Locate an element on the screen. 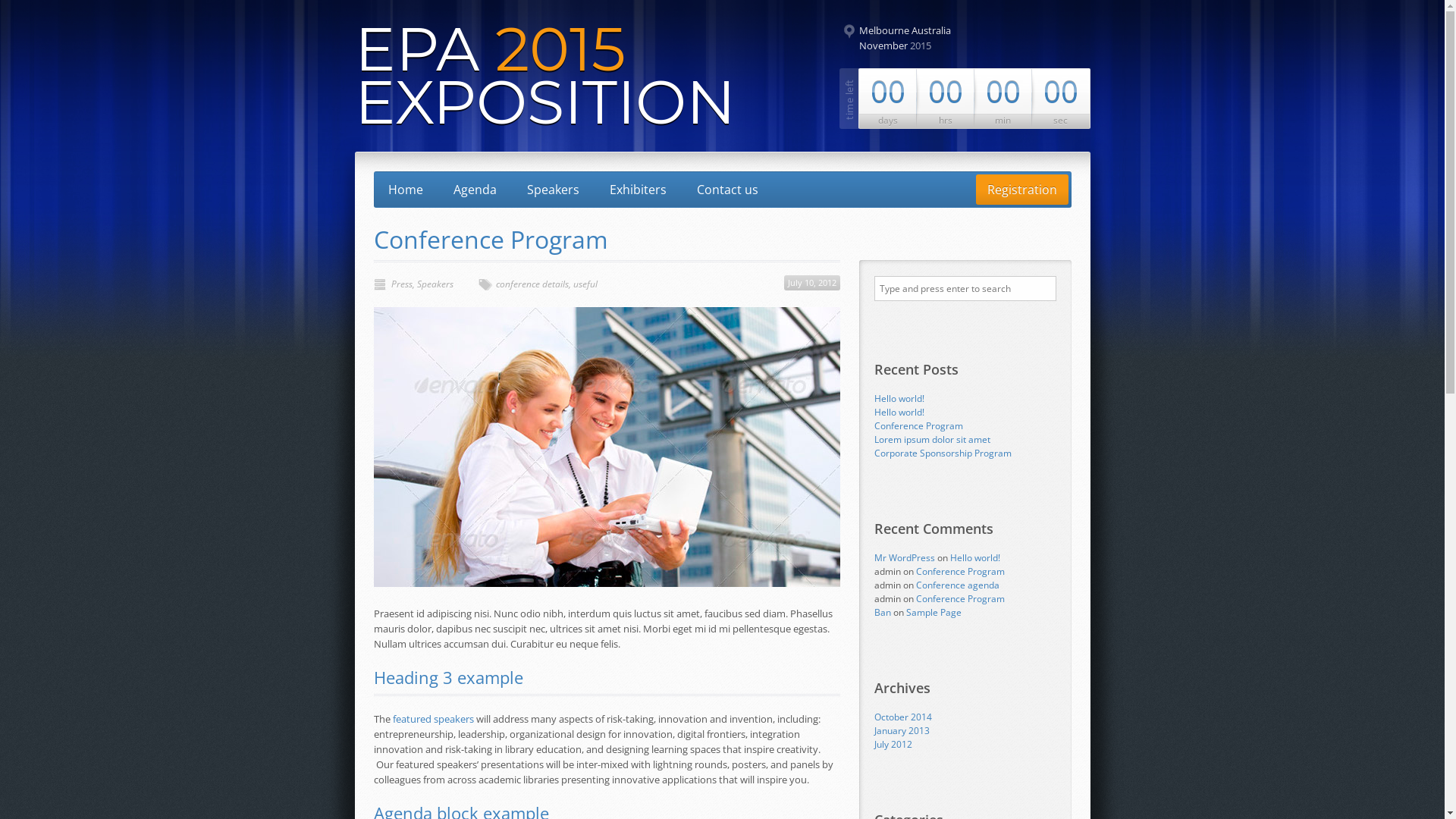 The height and width of the screenshot is (819, 1456). 'January 2013' is located at coordinates (874, 730).